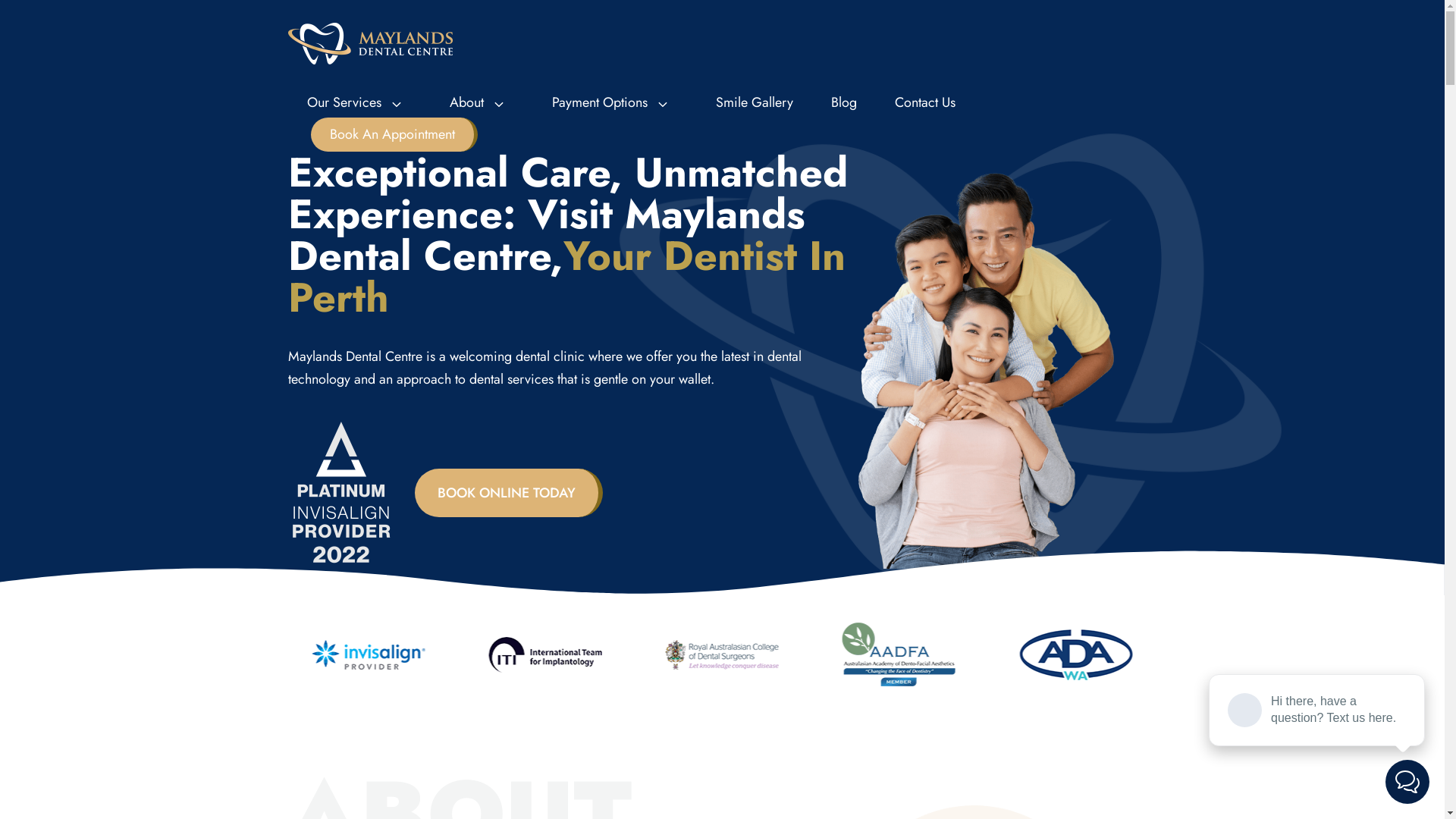  I want to click on 'Smile Gallery', so click(753, 102).